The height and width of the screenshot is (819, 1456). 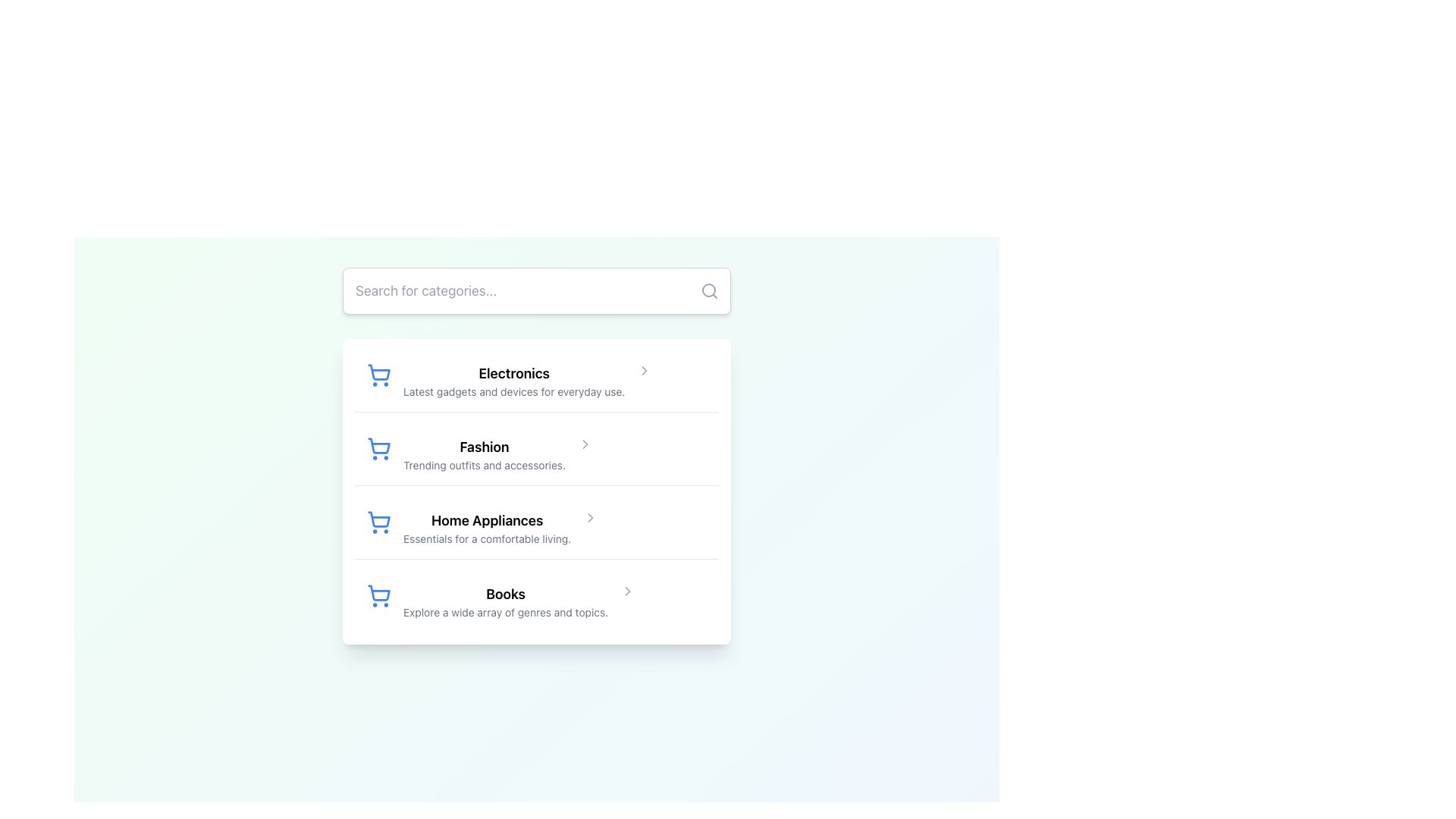 I want to click on the rightward-pointing chevron icon button located at the far right of the list item labeled 'Fashion Trending outfits and accessories', so click(x=585, y=444).